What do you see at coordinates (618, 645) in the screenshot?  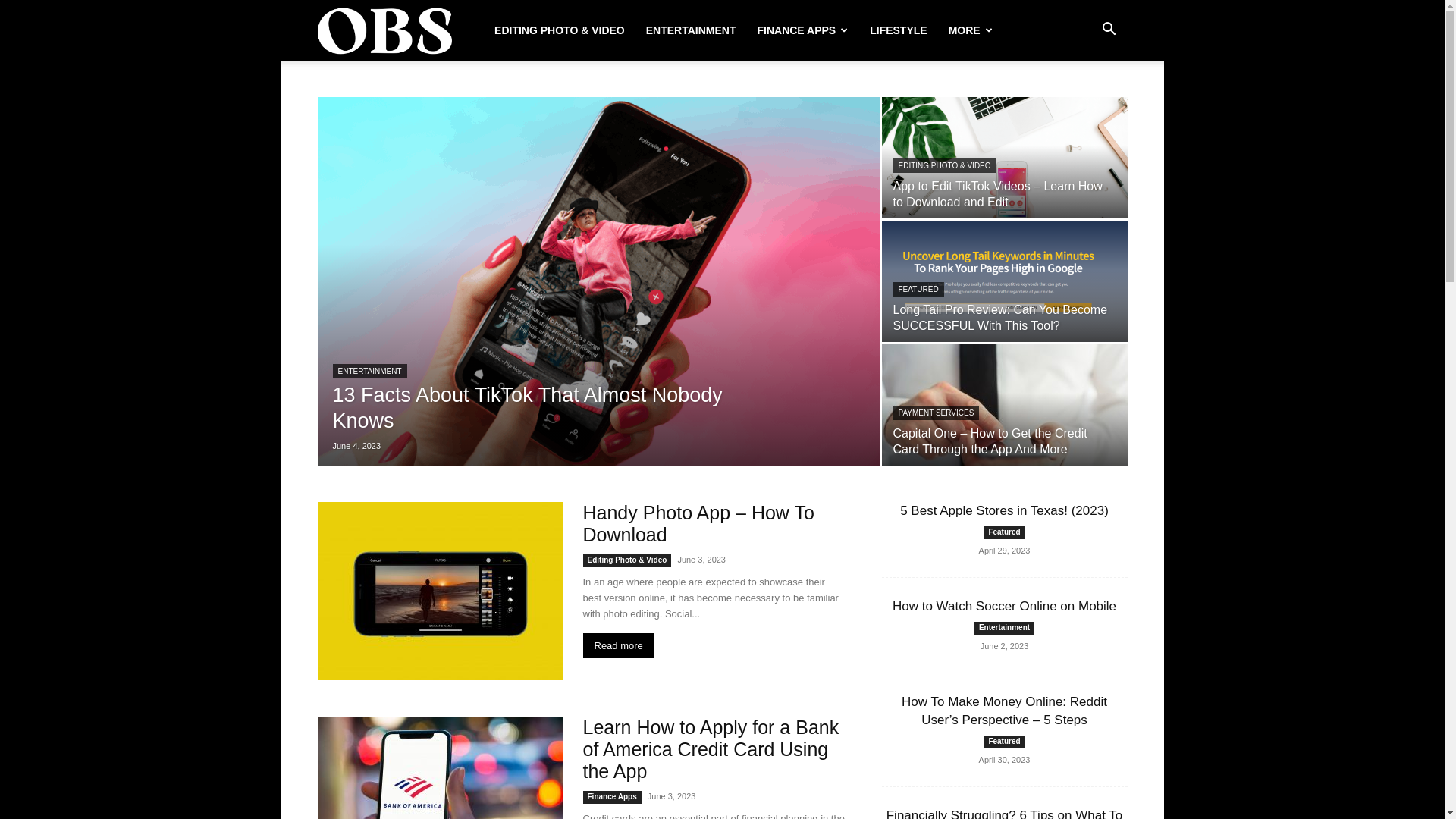 I see `'Read more'` at bounding box center [618, 645].